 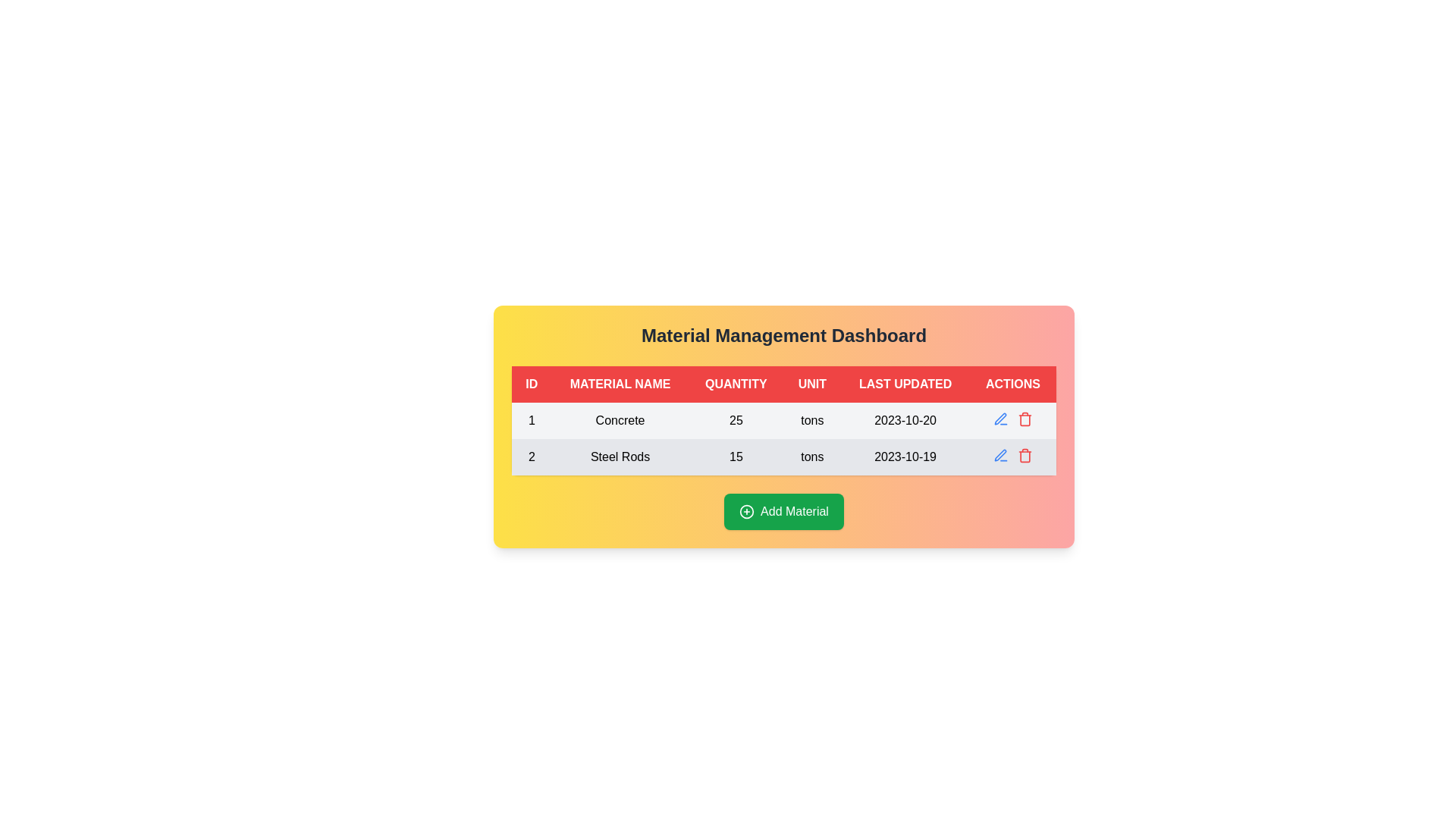 I want to click on text content of the ID element located in the first cell of the second row of the table, which represents the item 'Steel Rods', so click(x=532, y=456).